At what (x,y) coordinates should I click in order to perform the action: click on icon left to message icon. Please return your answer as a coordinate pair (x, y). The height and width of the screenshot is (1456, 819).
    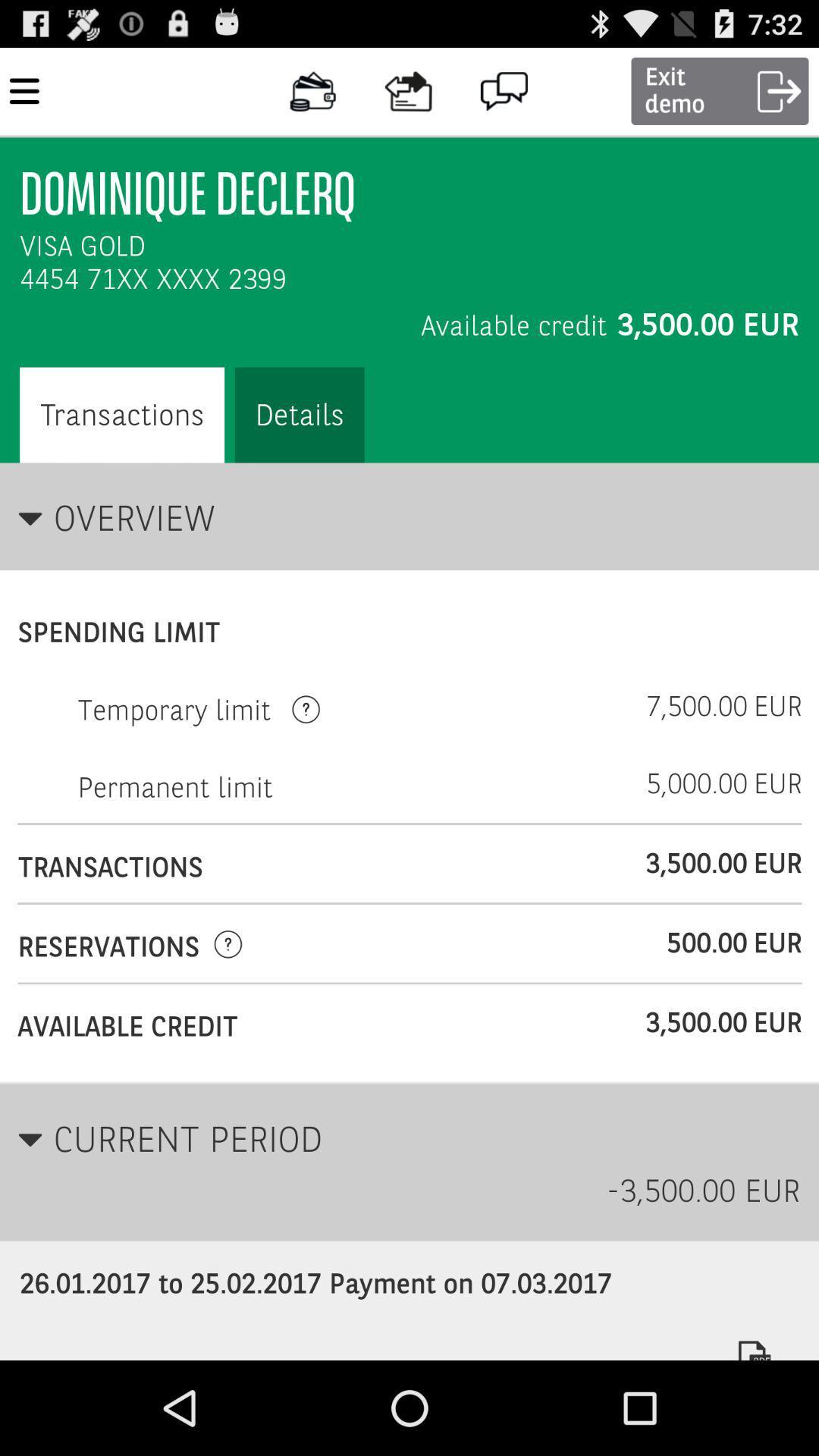
    Looking at the image, I should click on (408, 90).